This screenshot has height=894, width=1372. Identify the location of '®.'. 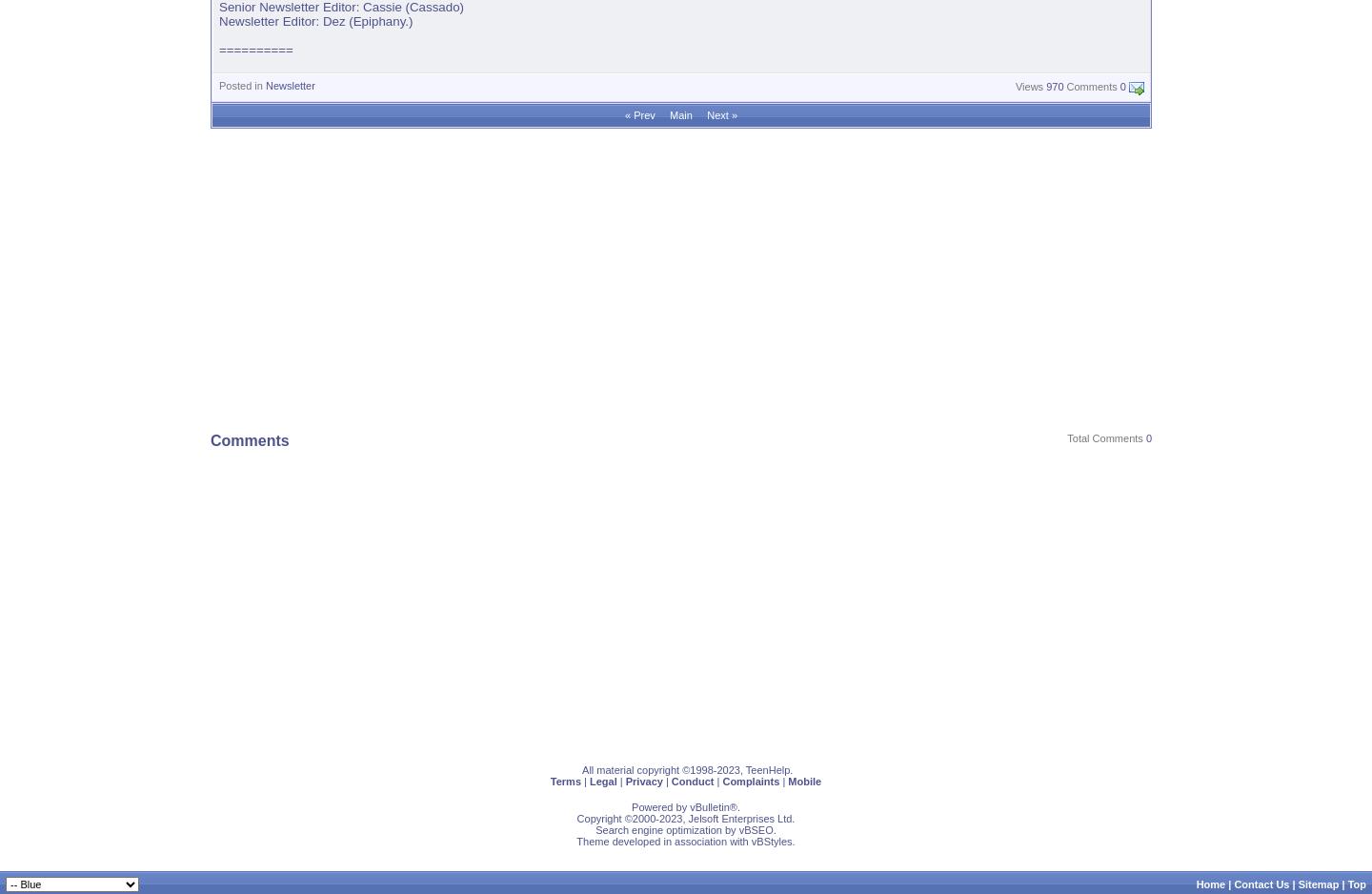
(733, 806).